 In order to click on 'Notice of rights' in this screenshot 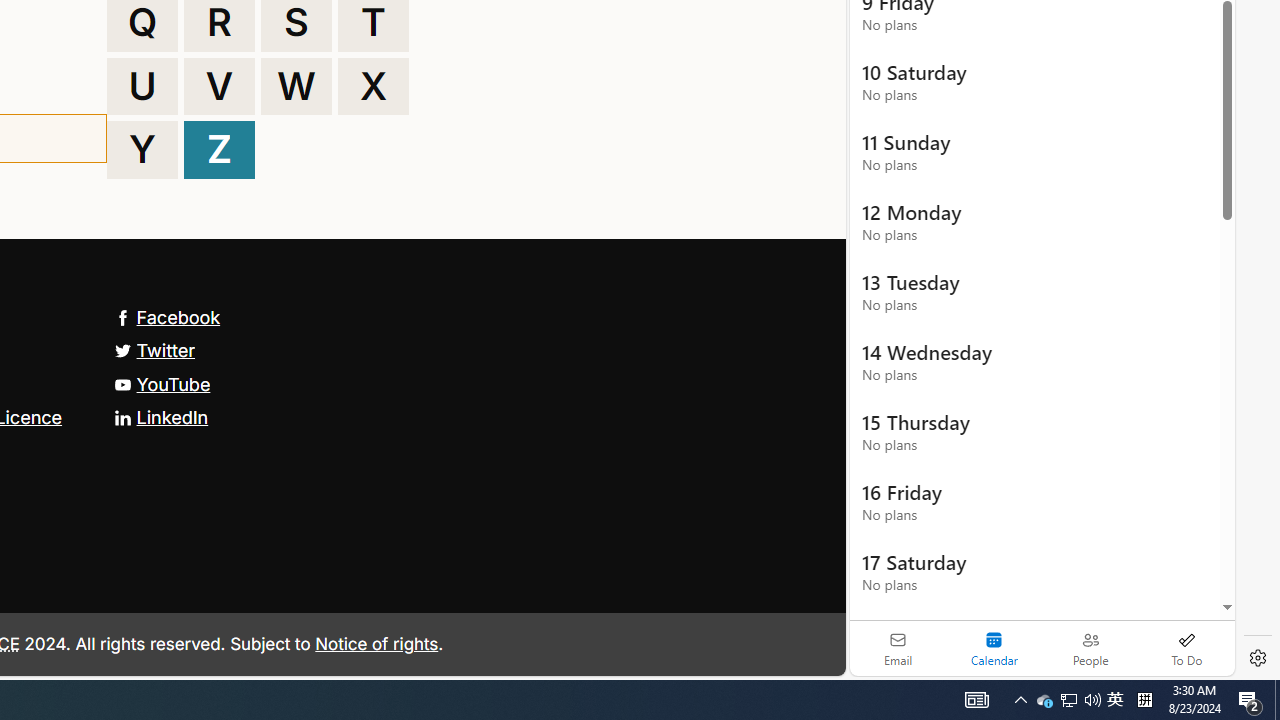, I will do `click(376, 643)`.